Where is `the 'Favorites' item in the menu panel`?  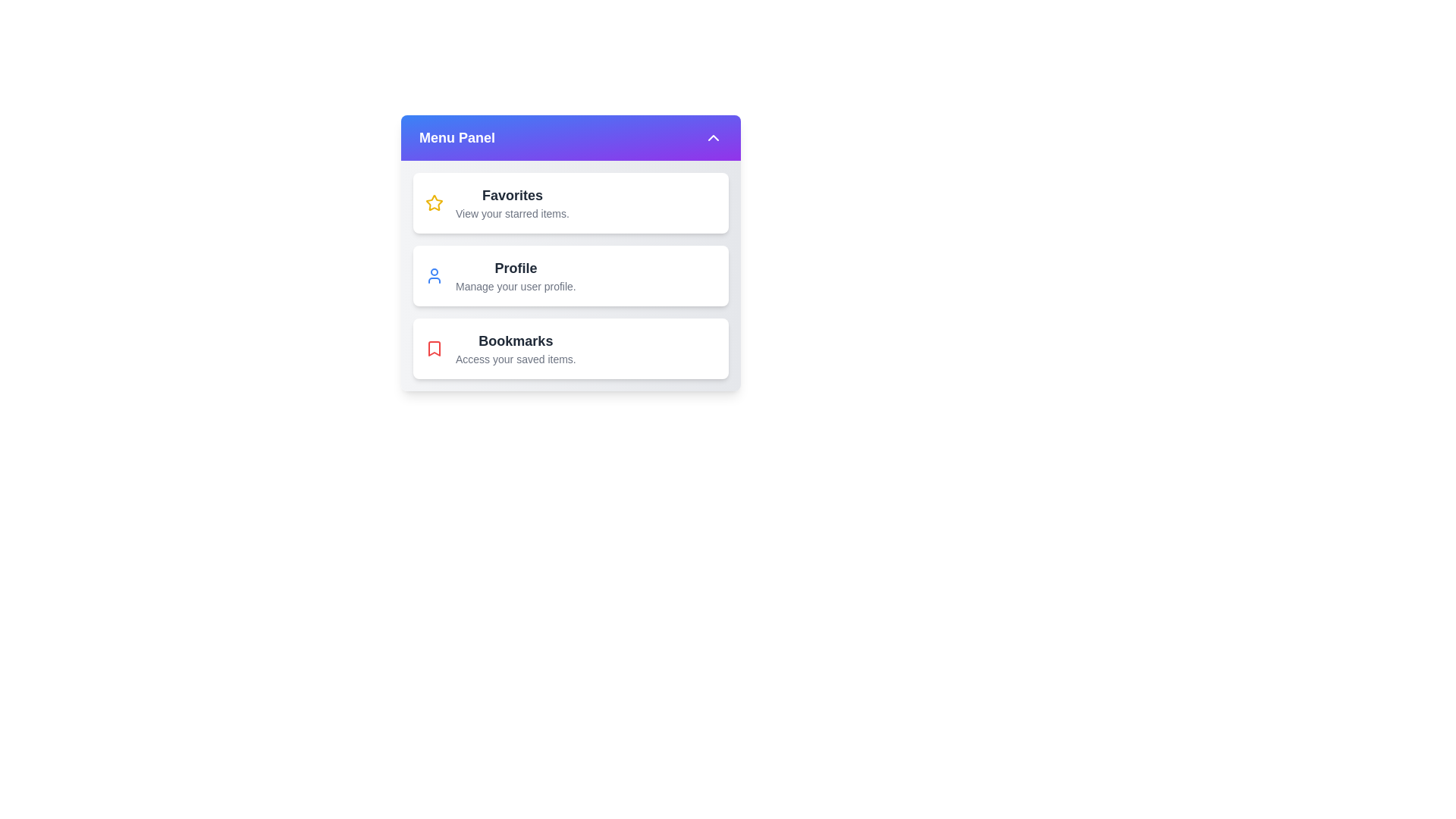
the 'Favorites' item in the menu panel is located at coordinates (570, 202).